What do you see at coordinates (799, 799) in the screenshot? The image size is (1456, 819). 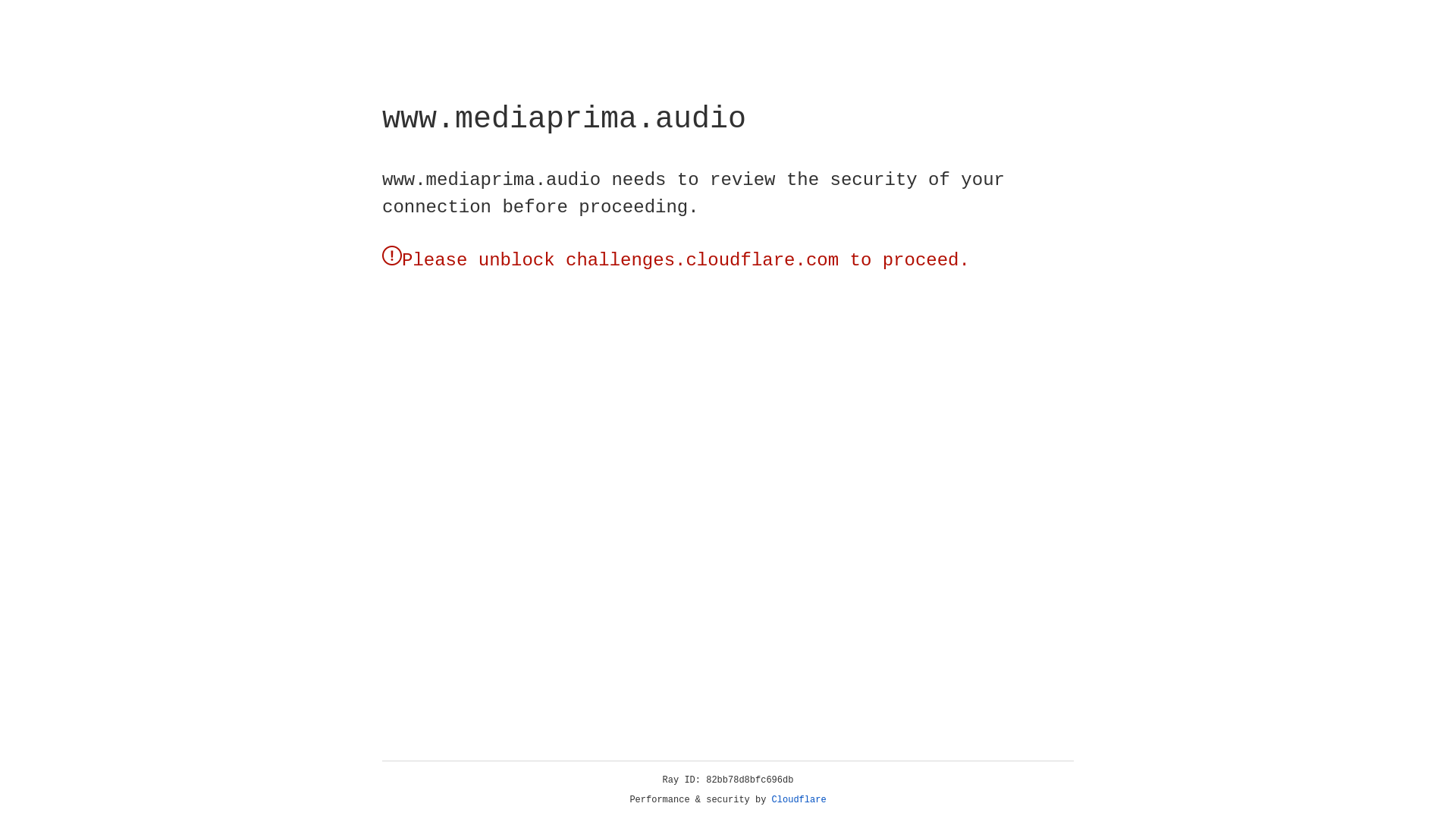 I see `'Cloudflare'` at bounding box center [799, 799].